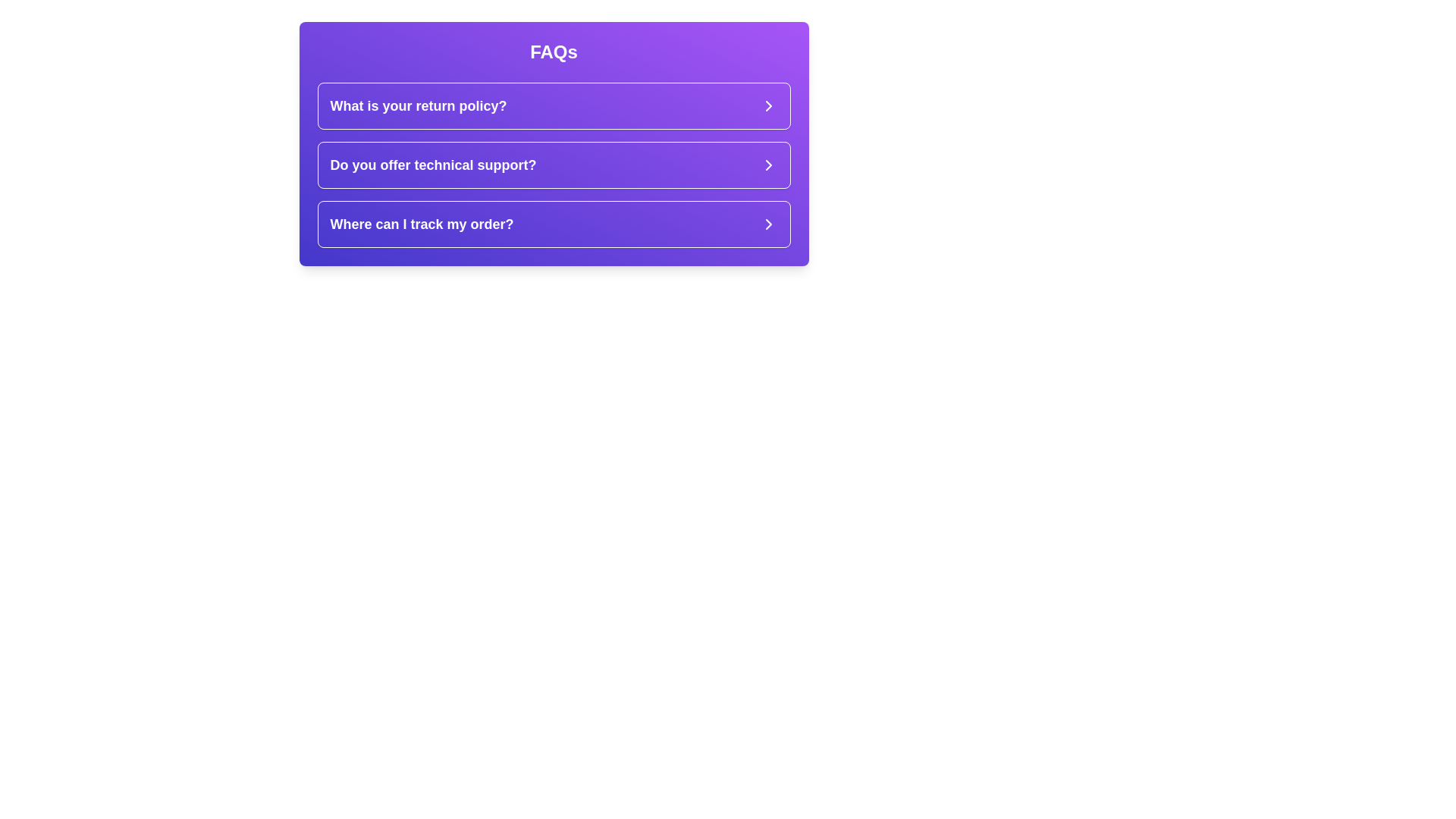 This screenshot has height=819, width=1456. Describe the element at coordinates (553, 105) in the screenshot. I see `the first FAQ item regarding 'What is your return policy?'` at that location.